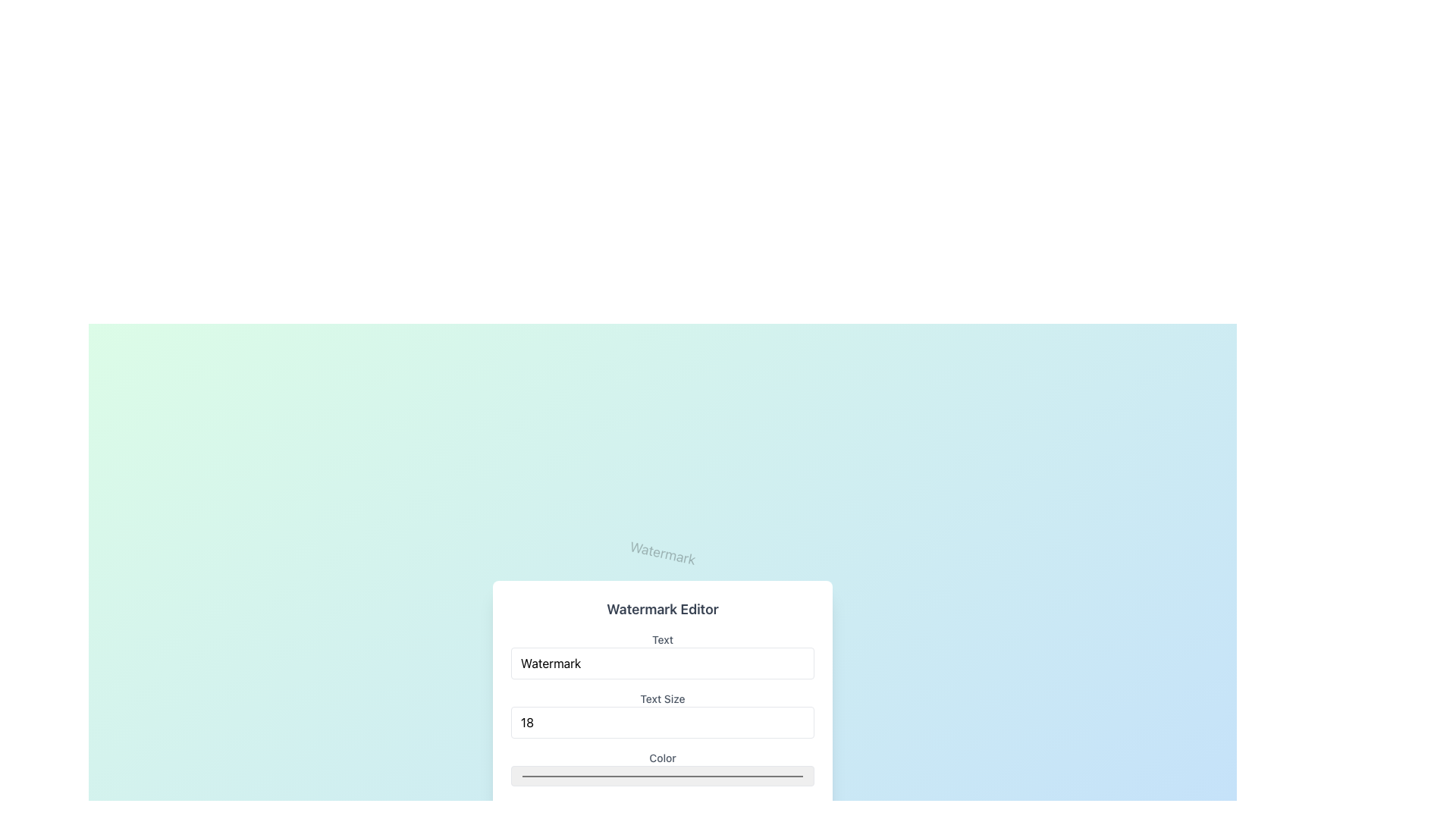  What do you see at coordinates (662, 775) in the screenshot?
I see `the Color input field in the Watermark Editor` at bounding box center [662, 775].